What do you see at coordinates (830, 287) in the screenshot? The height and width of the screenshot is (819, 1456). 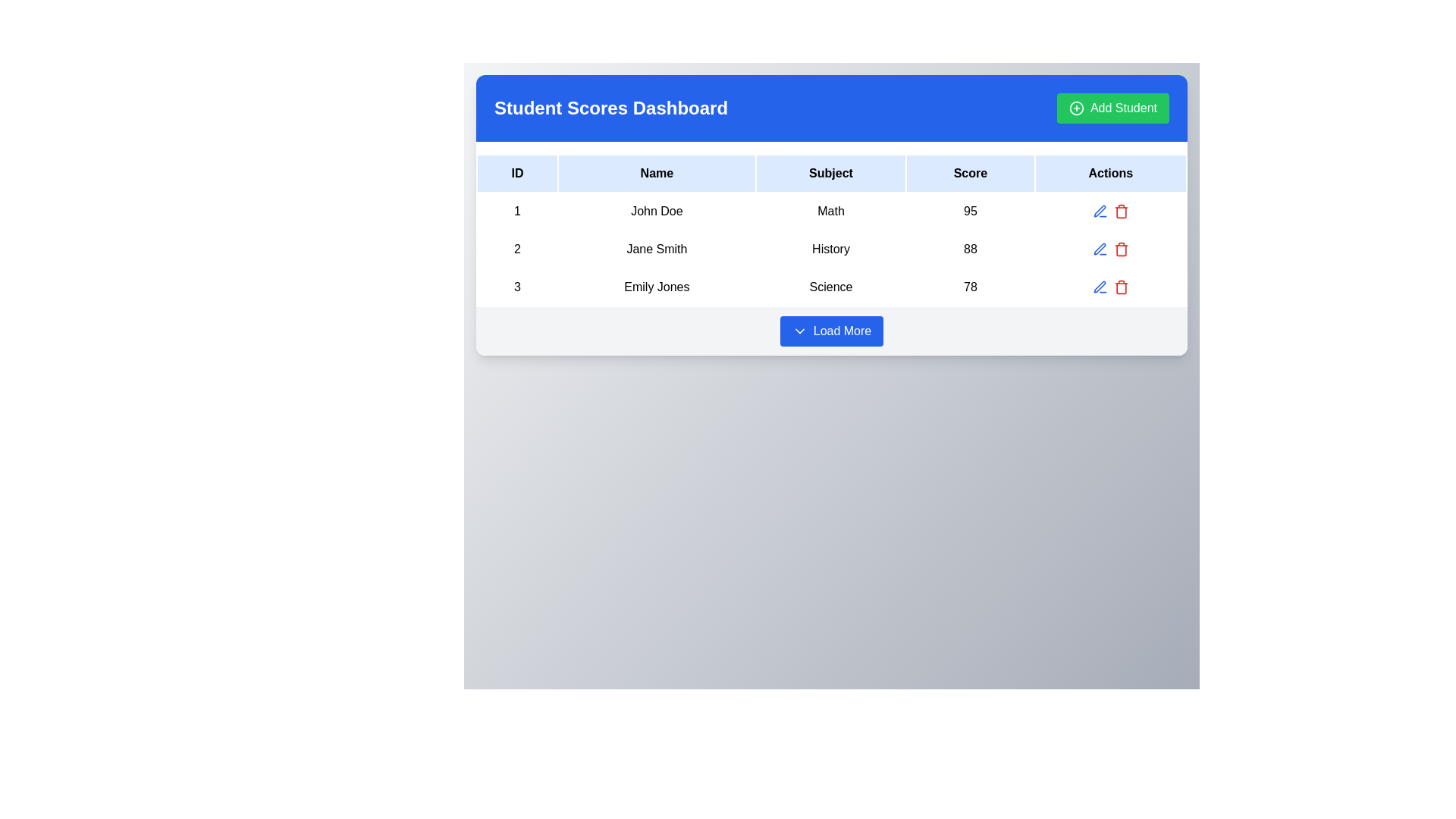 I see `the table cell representing the subject associated with the student 'Emily Jones' located in the third row under the 'Subject' column` at bounding box center [830, 287].